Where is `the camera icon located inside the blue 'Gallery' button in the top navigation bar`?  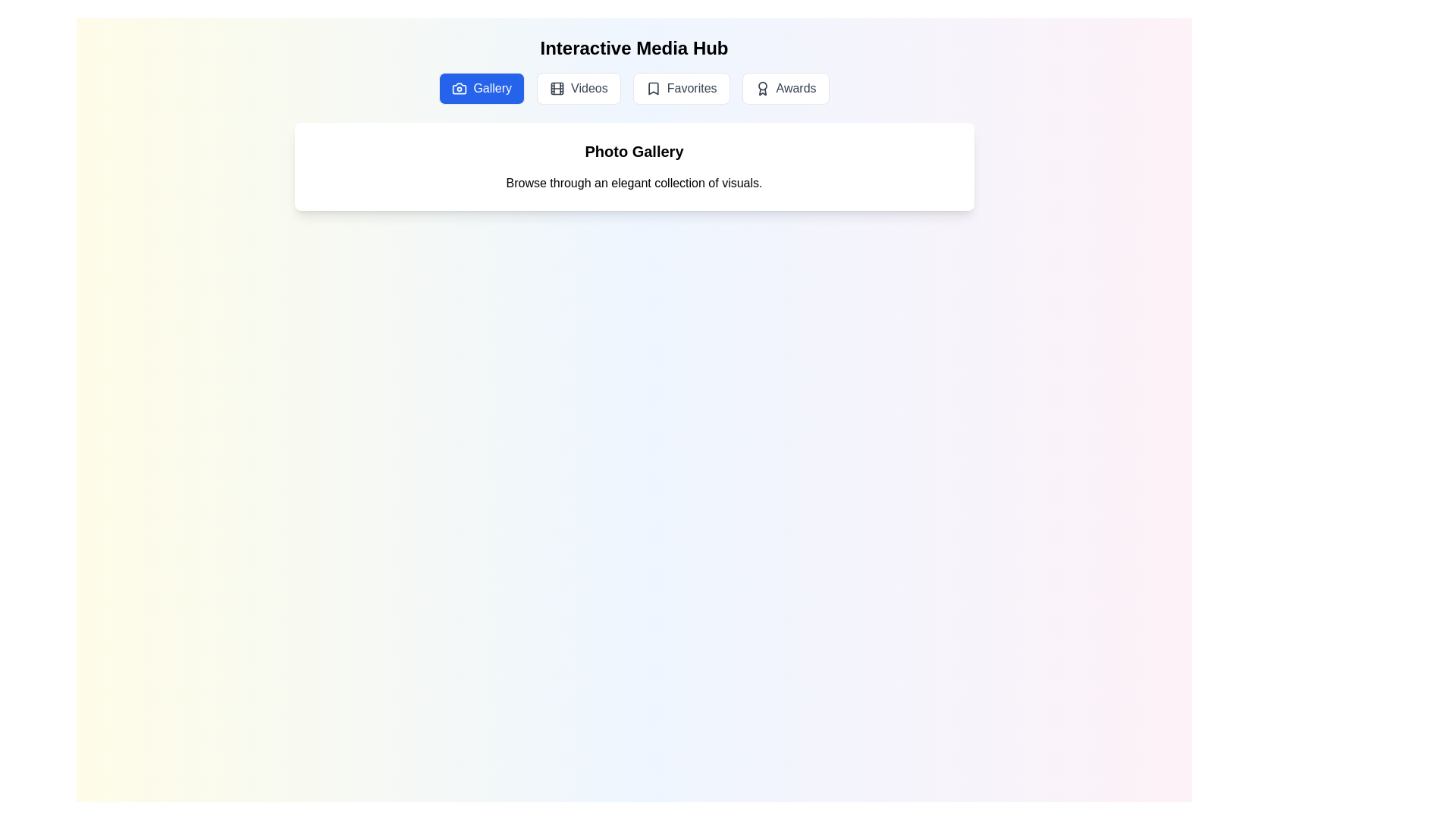
the camera icon located inside the blue 'Gallery' button in the top navigation bar is located at coordinates (459, 88).